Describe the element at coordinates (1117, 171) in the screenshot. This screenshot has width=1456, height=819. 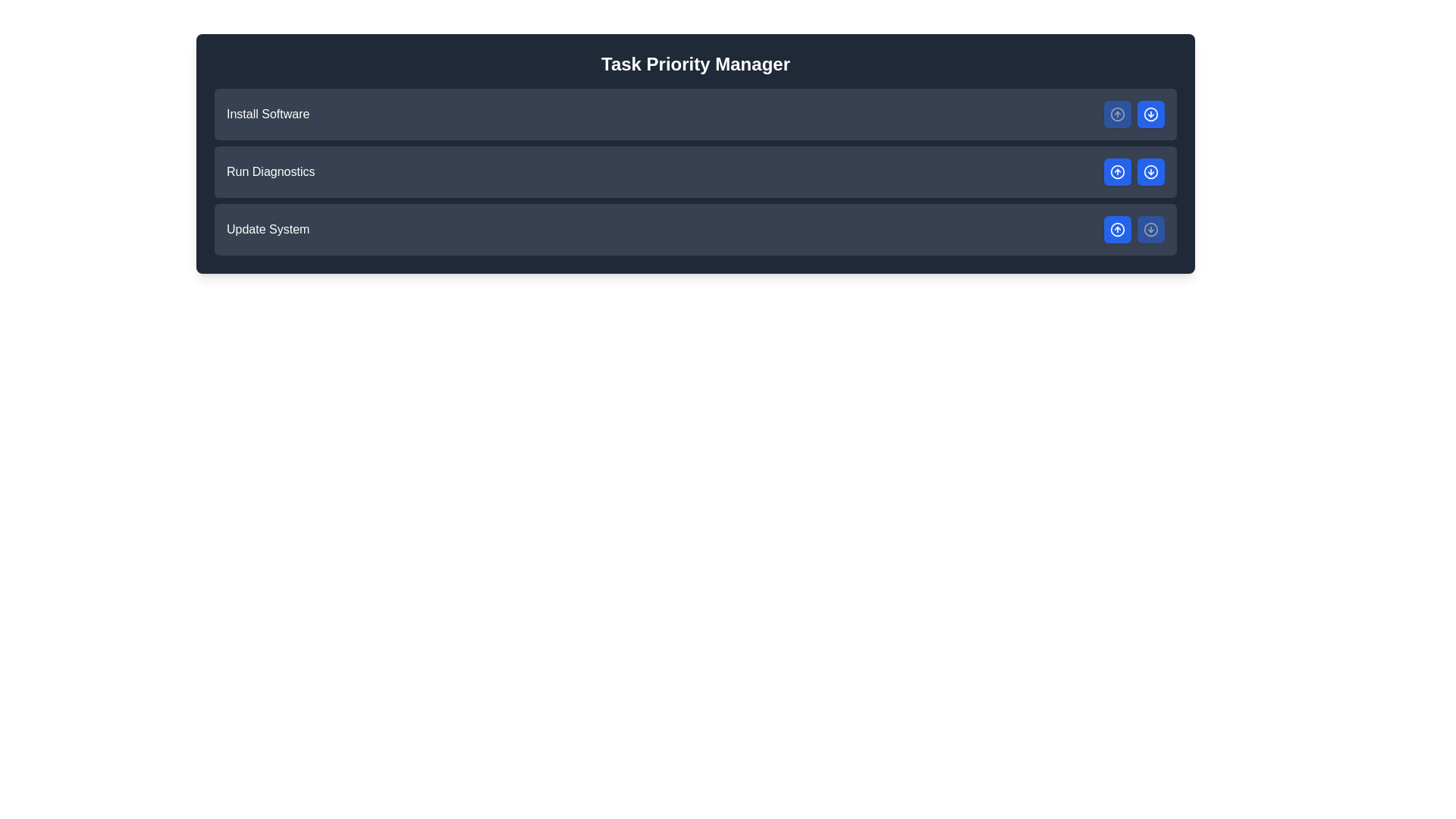
I see `the SVG circle element that represents a decorative icon with an upward arrow in the third task row, located adjacent to the right-side controls` at that location.